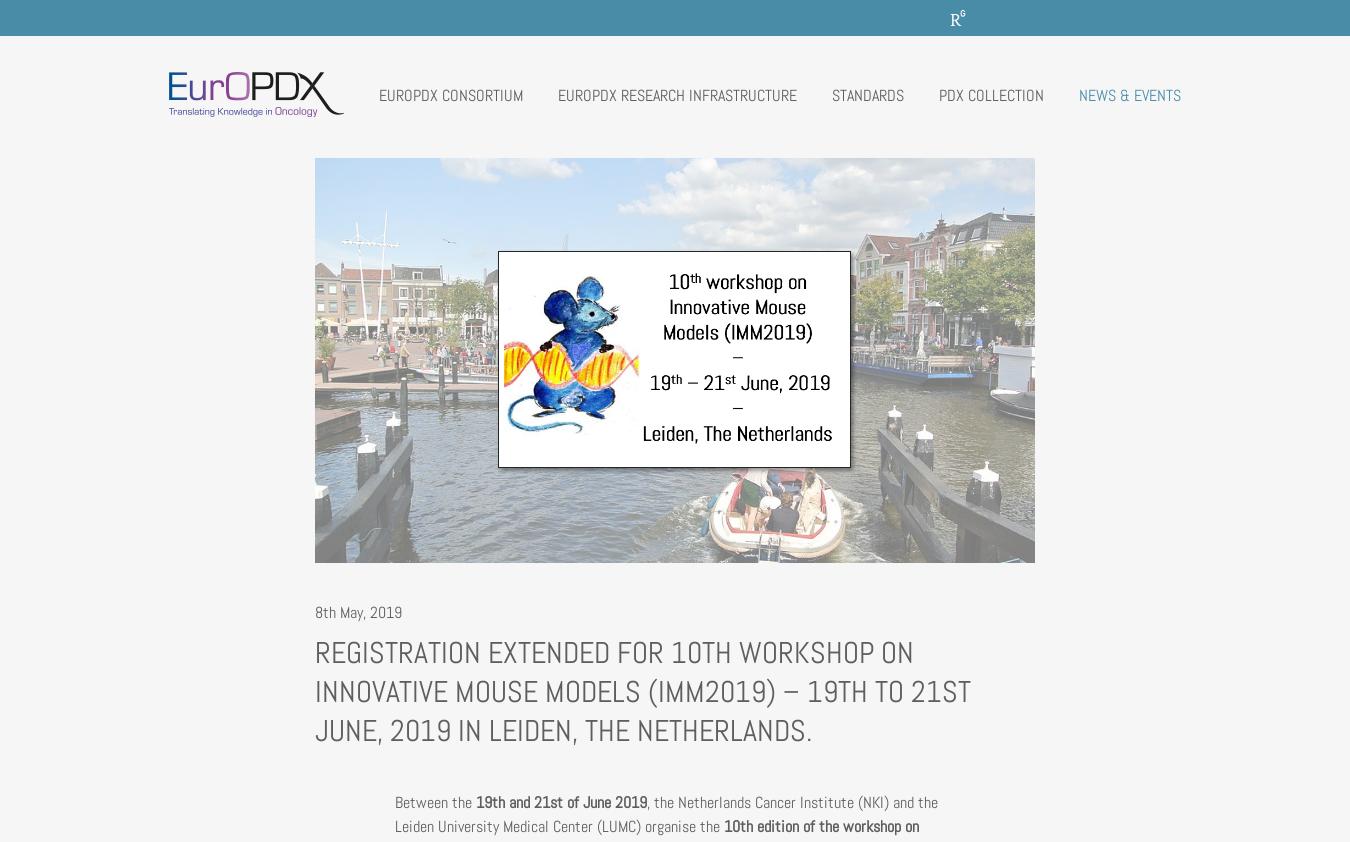  What do you see at coordinates (450, 94) in the screenshot?
I see `'EurOPDX consortium'` at bounding box center [450, 94].